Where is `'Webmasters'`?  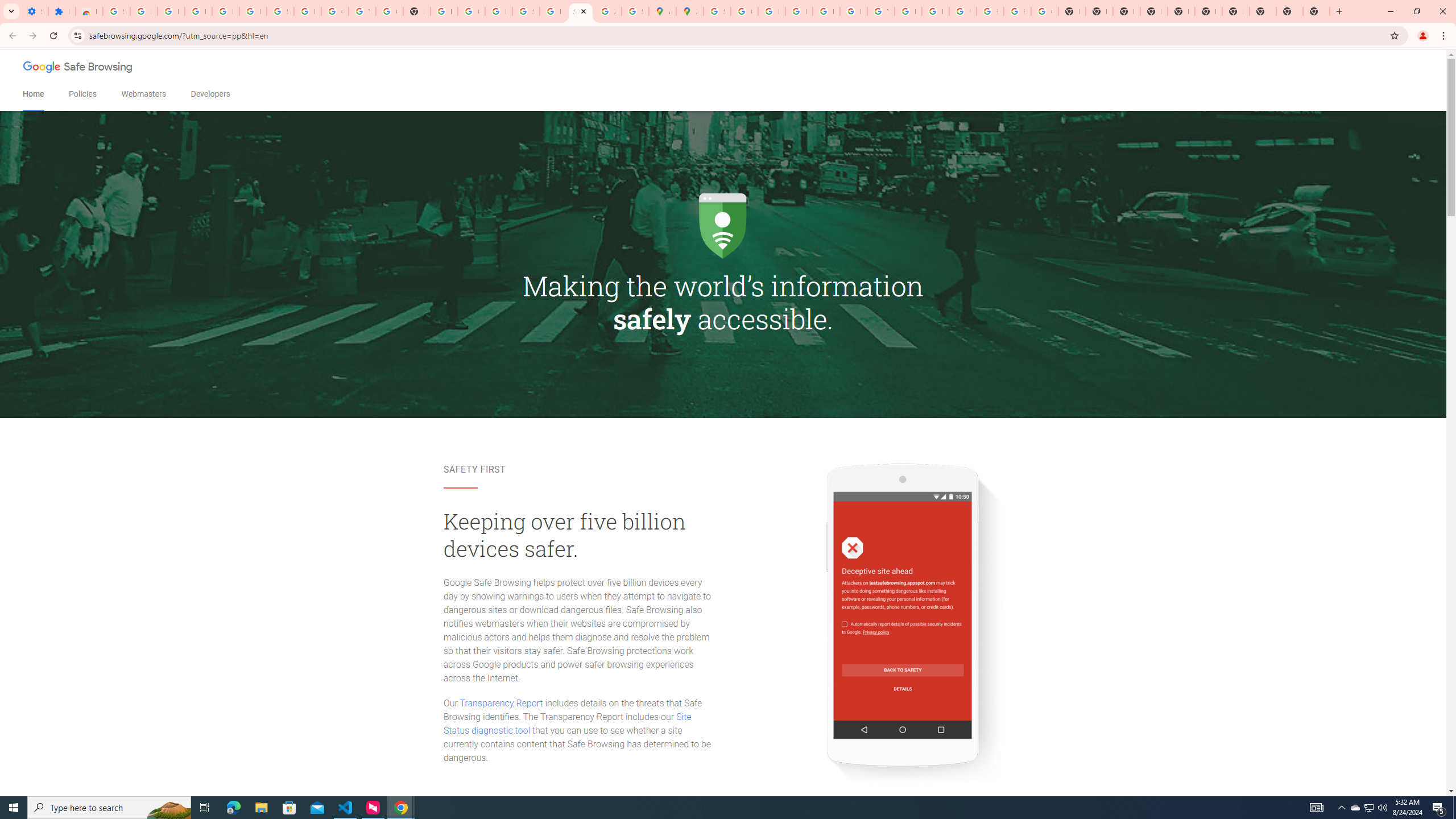
'Webmasters' is located at coordinates (143, 94).